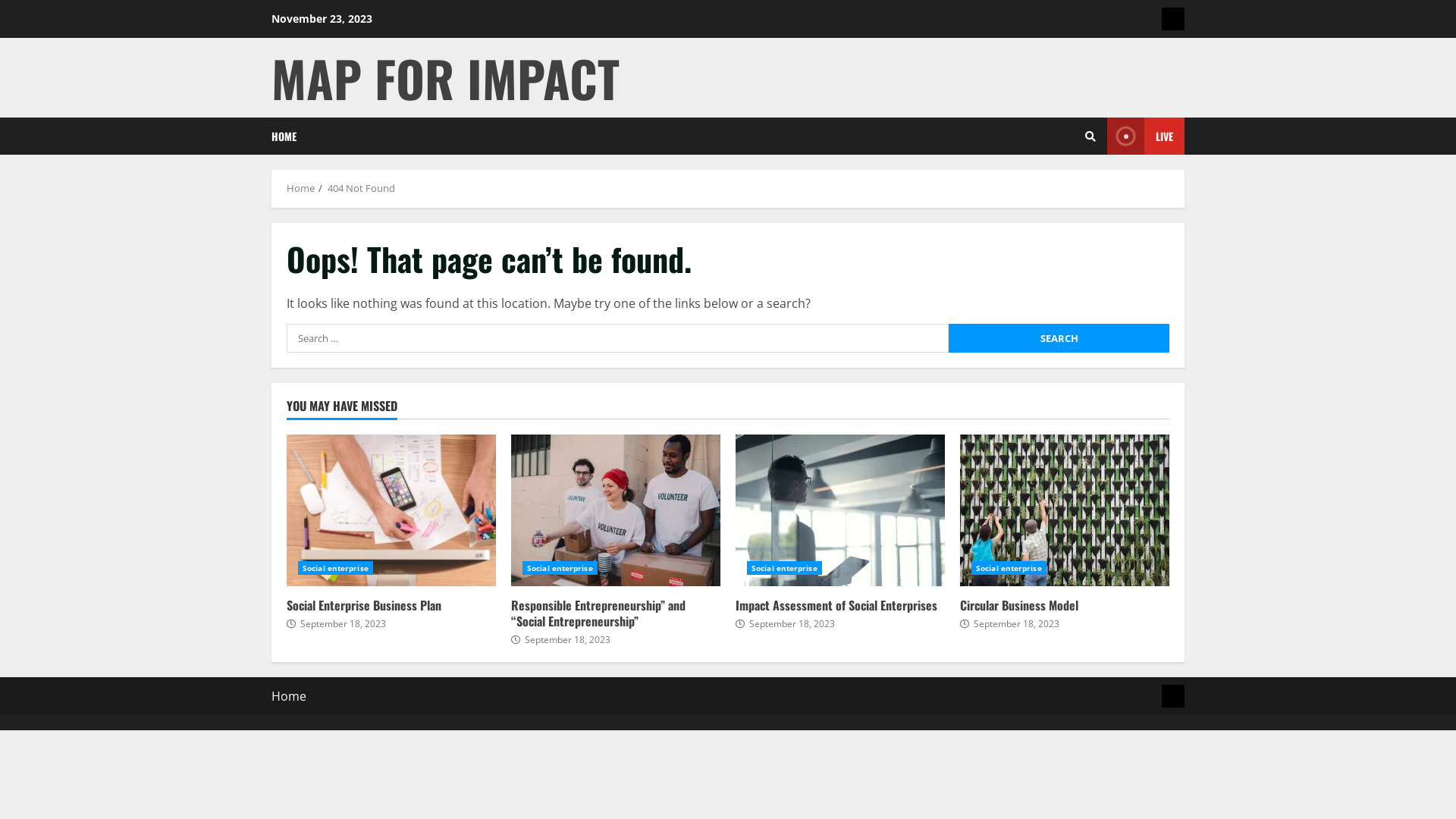  Describe the element at coordinates (364, 604) in the screenshot. I see `'Social Enterprise Business Plan'` at that location.